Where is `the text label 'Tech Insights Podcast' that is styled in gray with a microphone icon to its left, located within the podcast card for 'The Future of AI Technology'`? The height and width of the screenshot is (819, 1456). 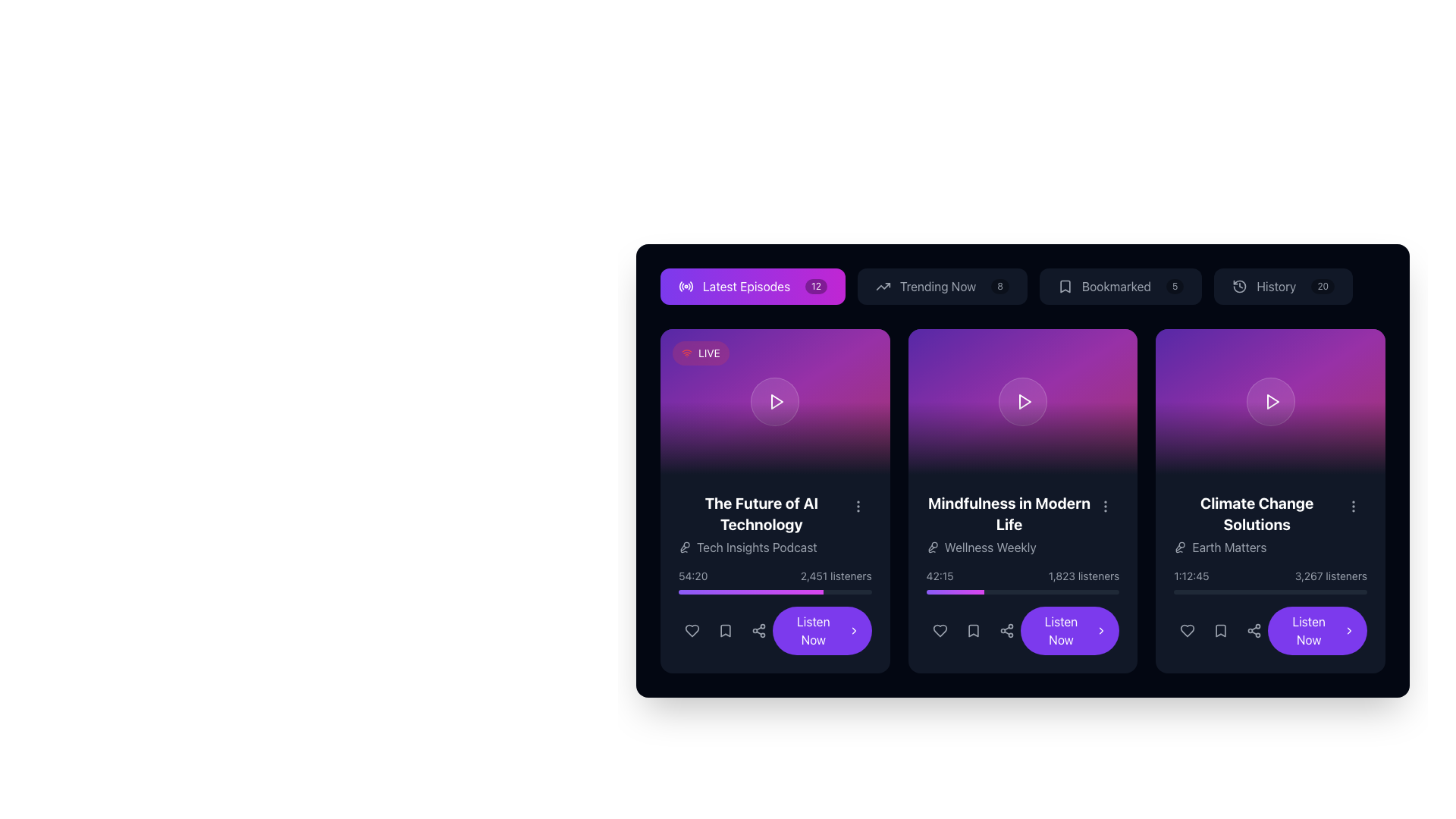
the text label 'Tech Insights Podcast' that is styled in gray with a microphone icon to its left, located within the podcast card for 'The Future of AI Technology' is located at coordinates (761, 547).